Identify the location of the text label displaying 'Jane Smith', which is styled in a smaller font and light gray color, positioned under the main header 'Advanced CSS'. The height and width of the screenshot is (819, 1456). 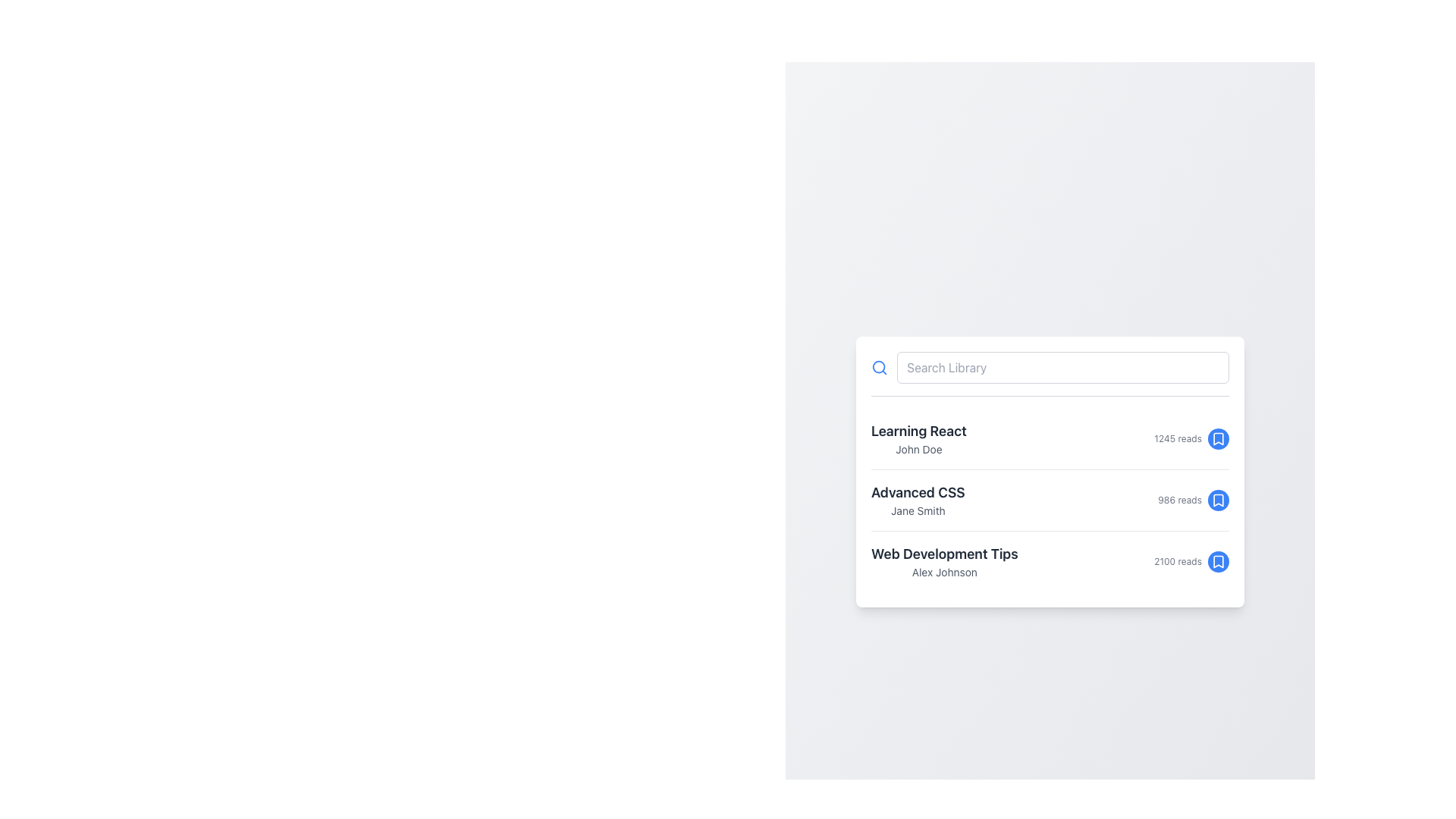
(917, 510).